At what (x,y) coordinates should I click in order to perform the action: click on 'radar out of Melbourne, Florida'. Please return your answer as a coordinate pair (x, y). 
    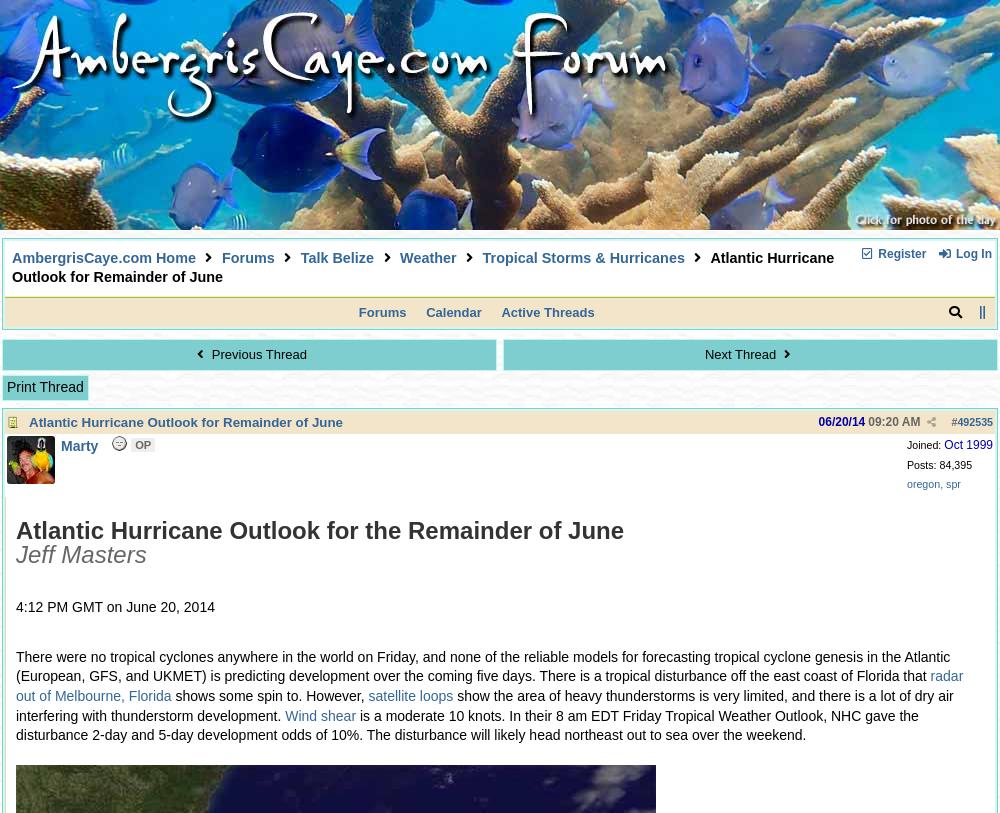
    Looking at the image, I should click on (488, 685).